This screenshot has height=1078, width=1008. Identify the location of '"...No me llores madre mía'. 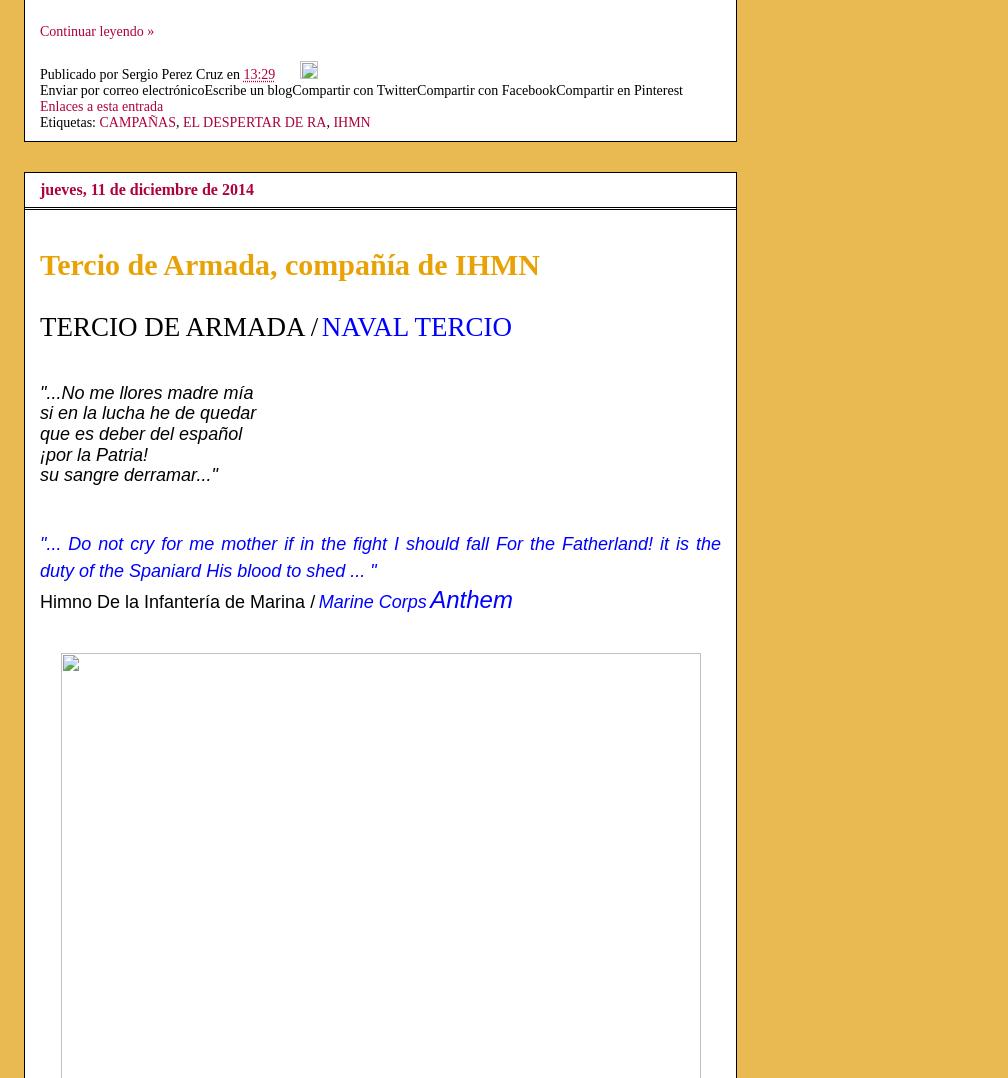
(146, 390).